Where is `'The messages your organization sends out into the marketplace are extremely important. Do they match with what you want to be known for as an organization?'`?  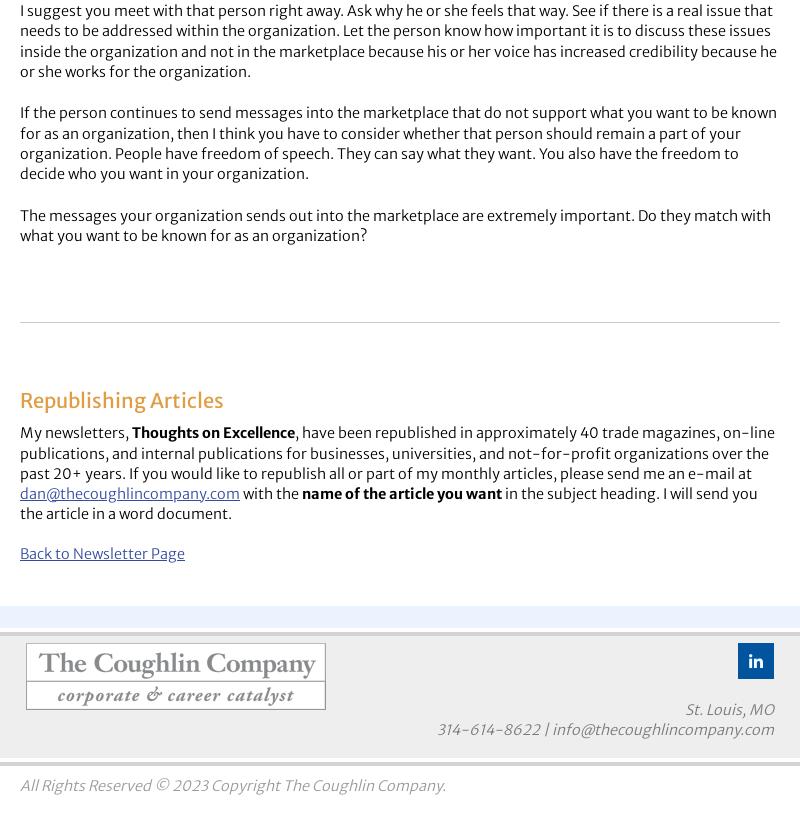
'The messages your organization sends out into the marketplace are extremely important. Do they match with what you want to be known for as an organization?' is located at coordinates (394, 224).